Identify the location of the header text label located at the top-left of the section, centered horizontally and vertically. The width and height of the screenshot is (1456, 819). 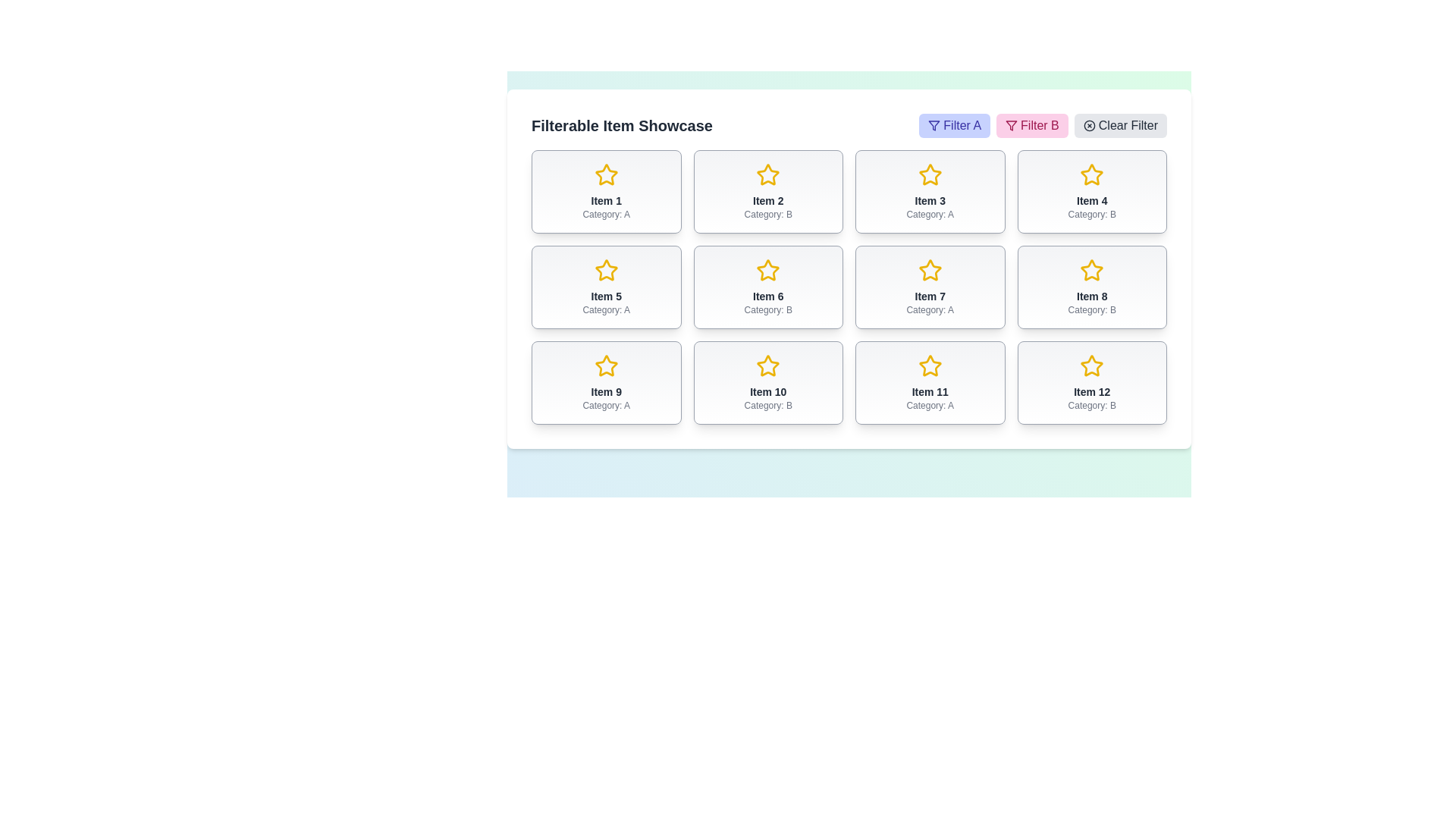
(622, 124).